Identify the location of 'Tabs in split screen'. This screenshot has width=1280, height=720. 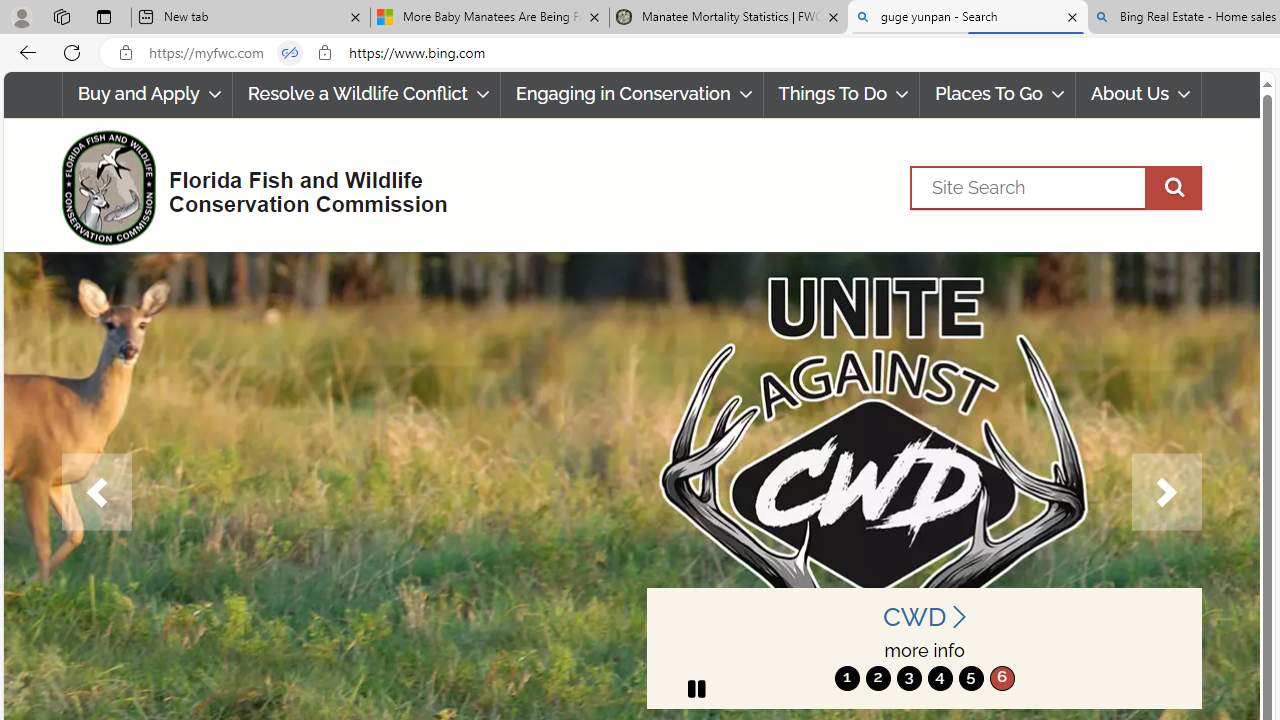
(288, 52).